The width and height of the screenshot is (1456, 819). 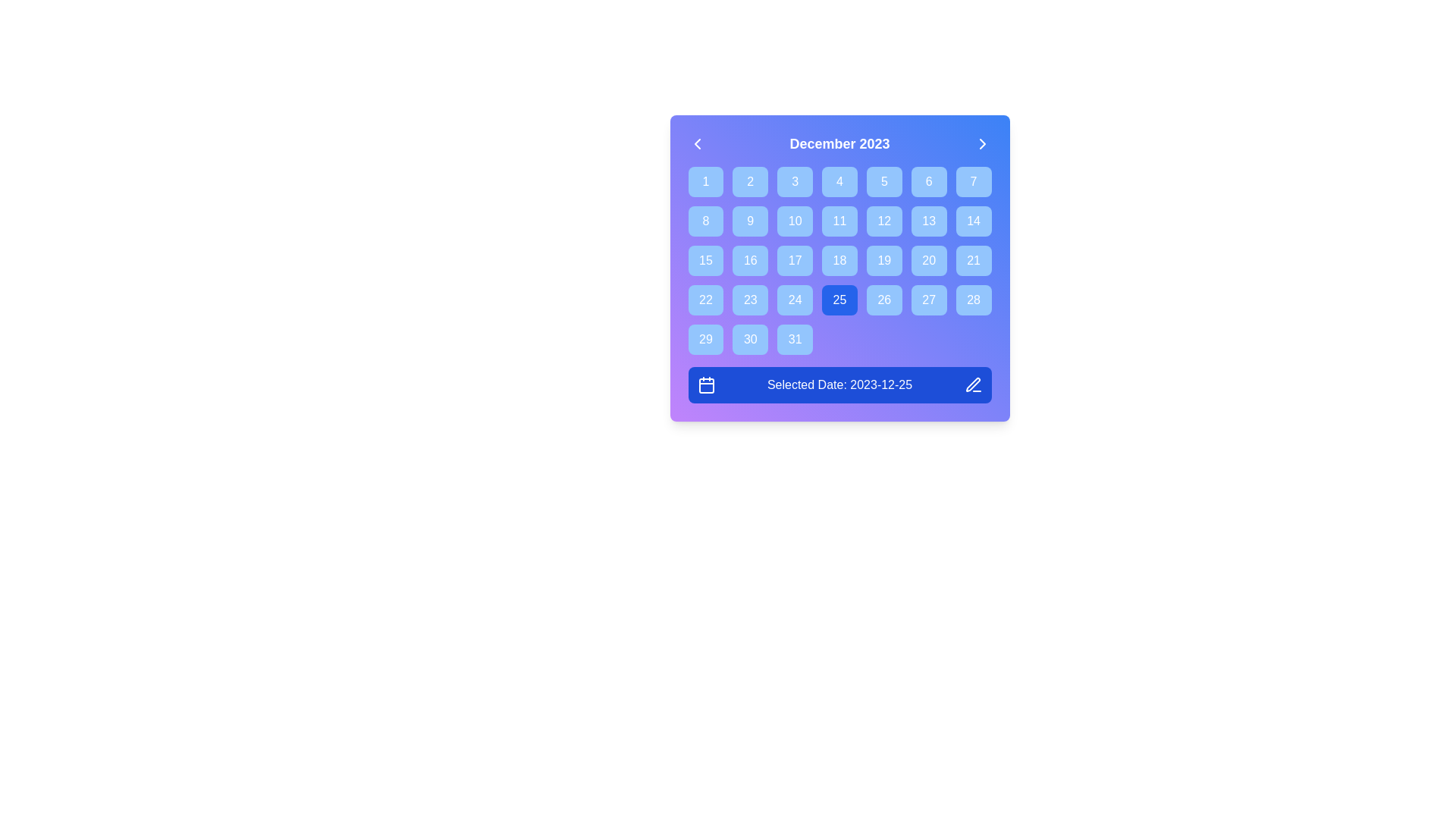 I want to click on the button displaying '20' in white on a light blue background, located in the third row and sixth column of the calendar grid for December 2023, so click(x=928, y=259).